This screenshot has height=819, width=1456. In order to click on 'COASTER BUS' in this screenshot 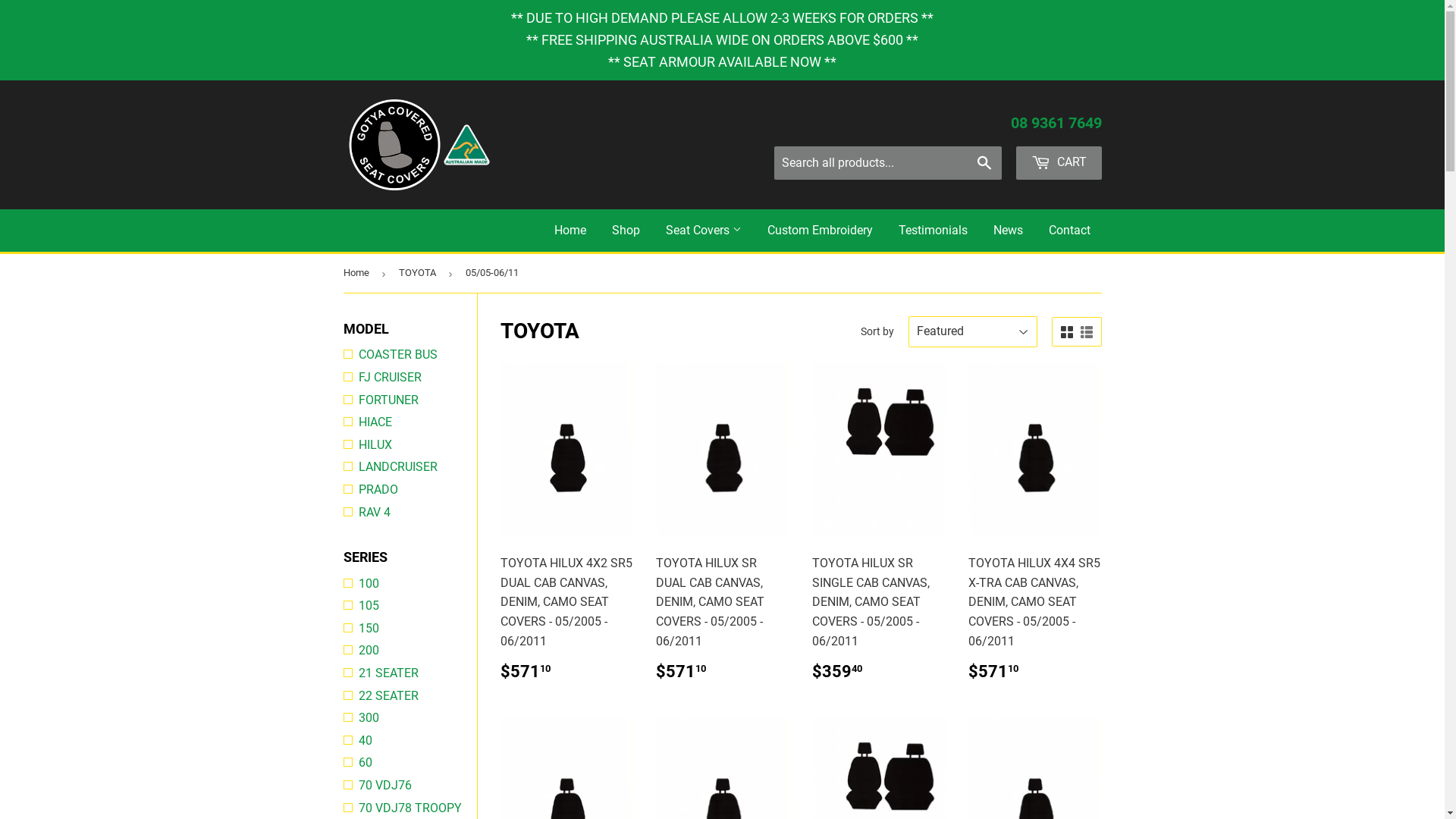, I will do `click(341, 354)`.